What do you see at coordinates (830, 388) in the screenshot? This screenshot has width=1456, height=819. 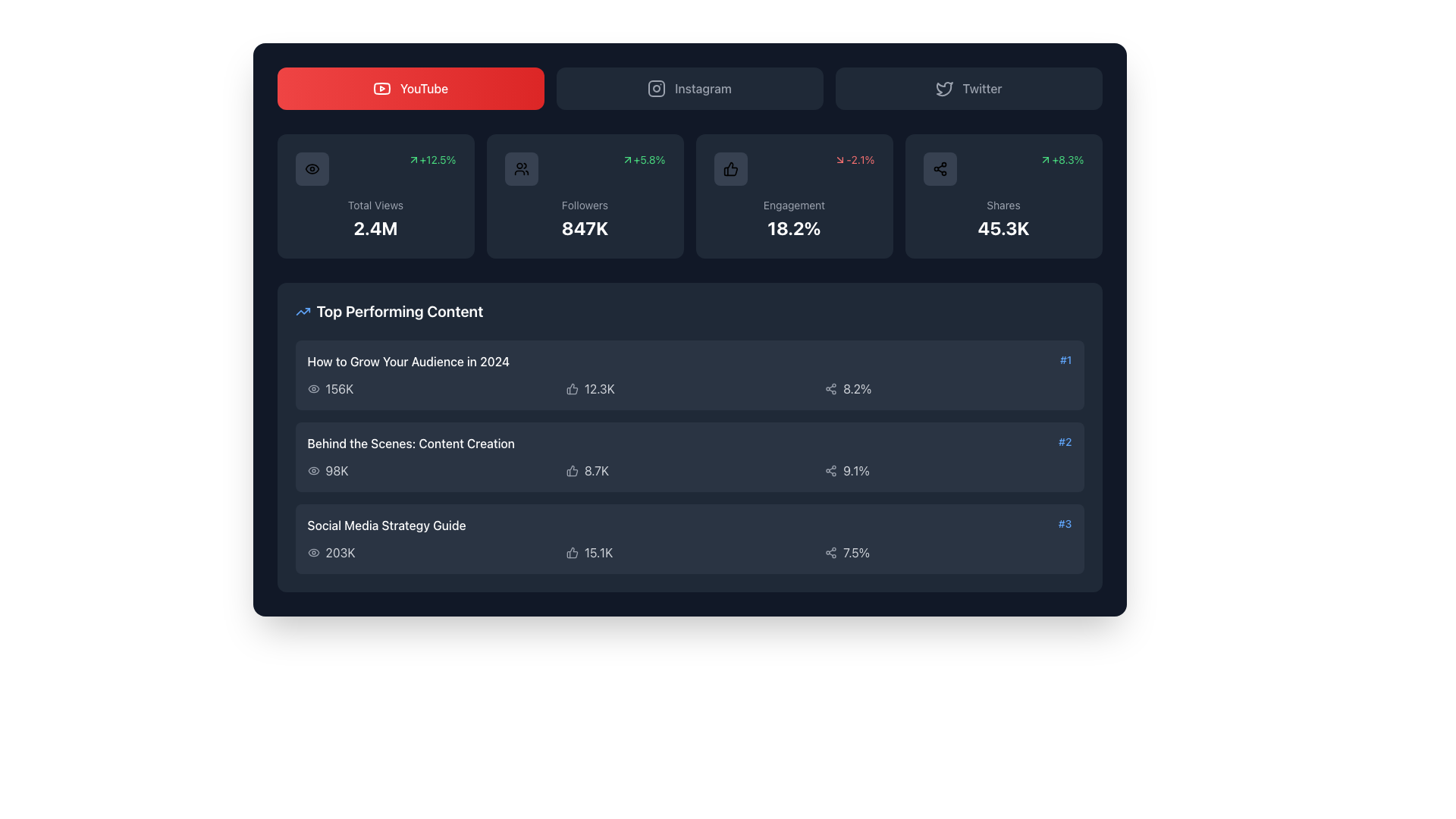 I see `the share icon located in the 'Top Performing Content' row, specifically in the second column next to the '8.2%' percentage` at bounding box center [830, 388].